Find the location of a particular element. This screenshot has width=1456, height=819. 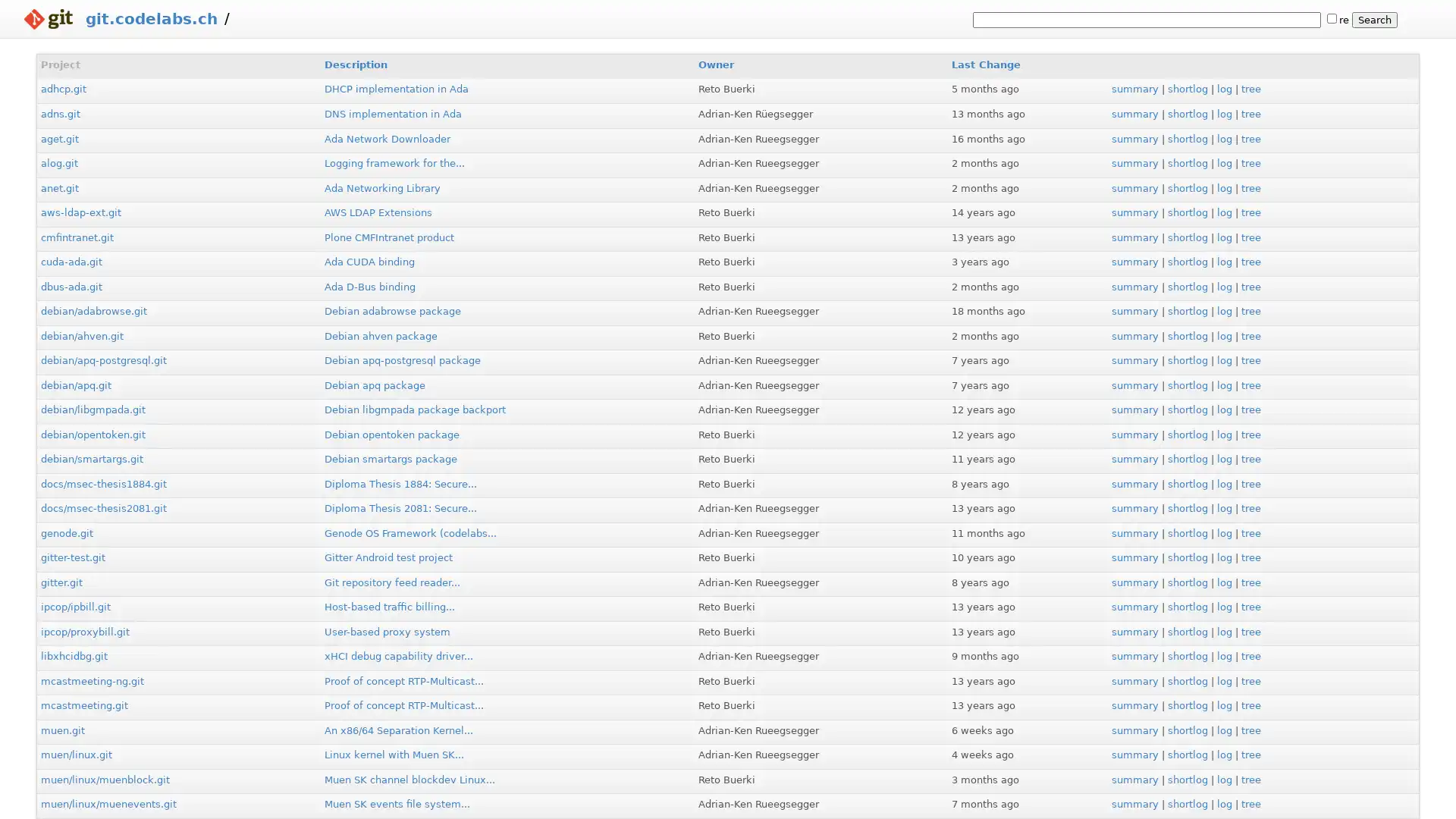

Search is located at coordinates (1375, 20).